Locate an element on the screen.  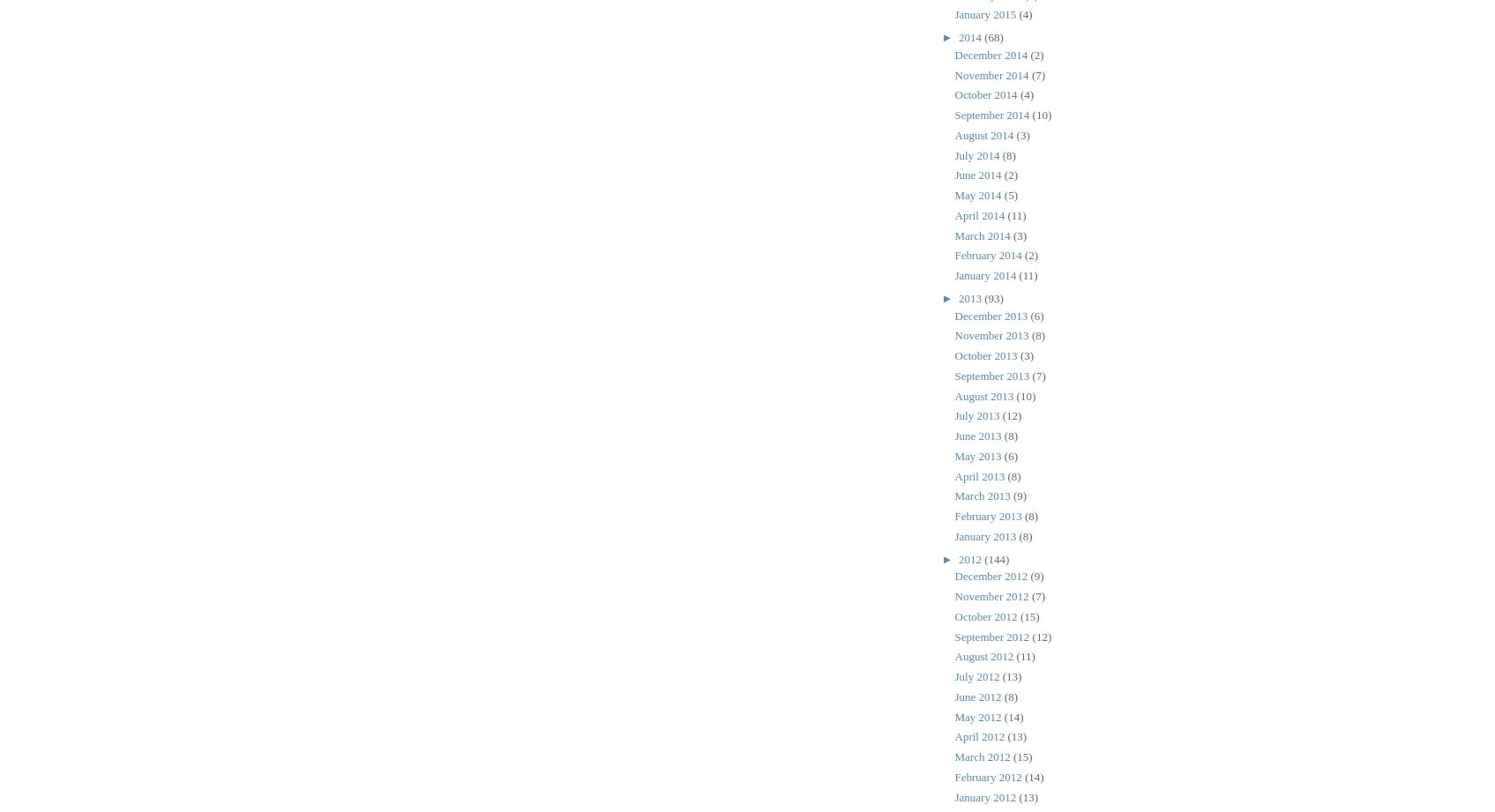
'2014' is located at coordinates (957, 37).